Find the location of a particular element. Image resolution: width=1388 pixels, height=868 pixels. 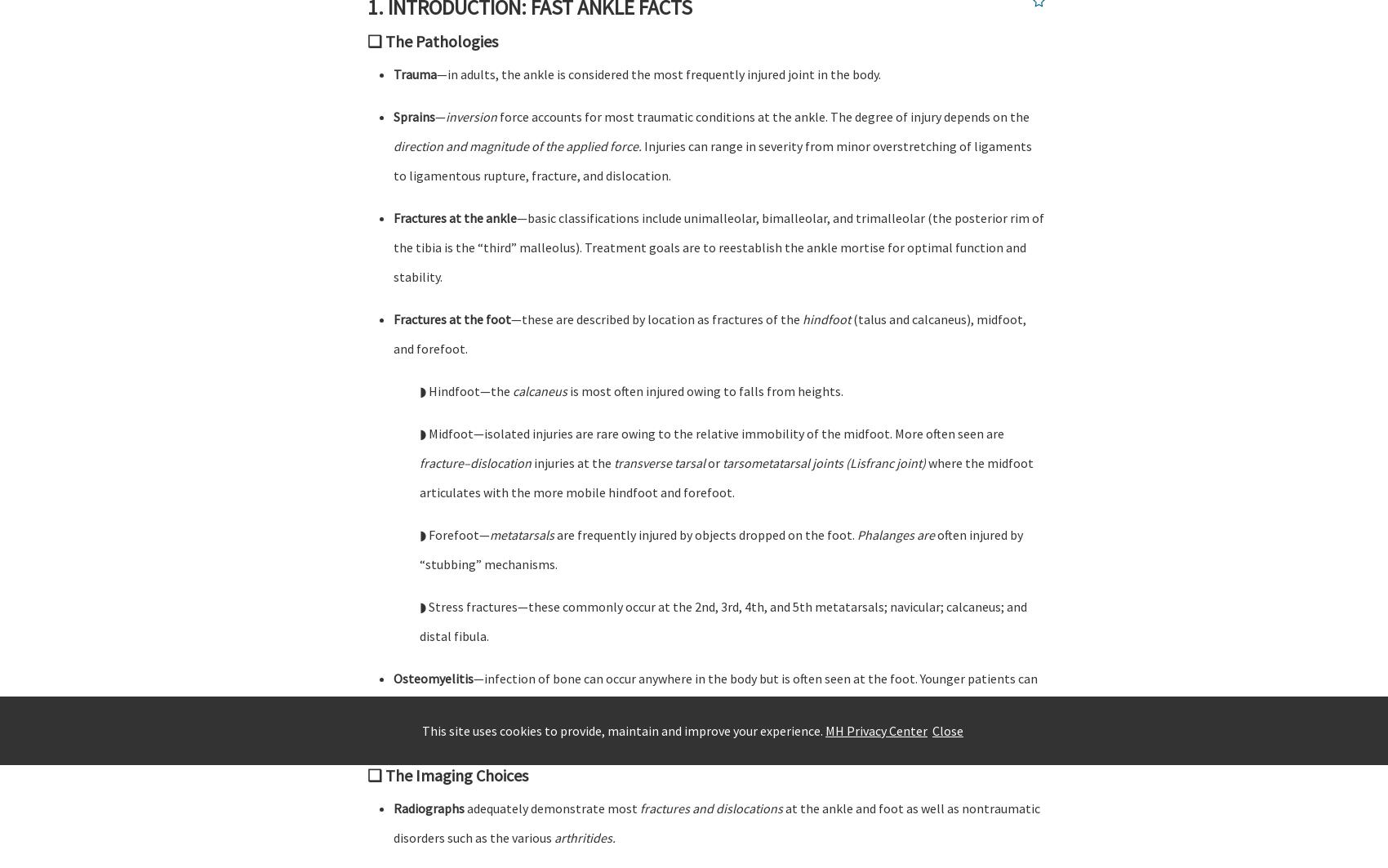

'hindfoot' is located at coordinates (825, 318).